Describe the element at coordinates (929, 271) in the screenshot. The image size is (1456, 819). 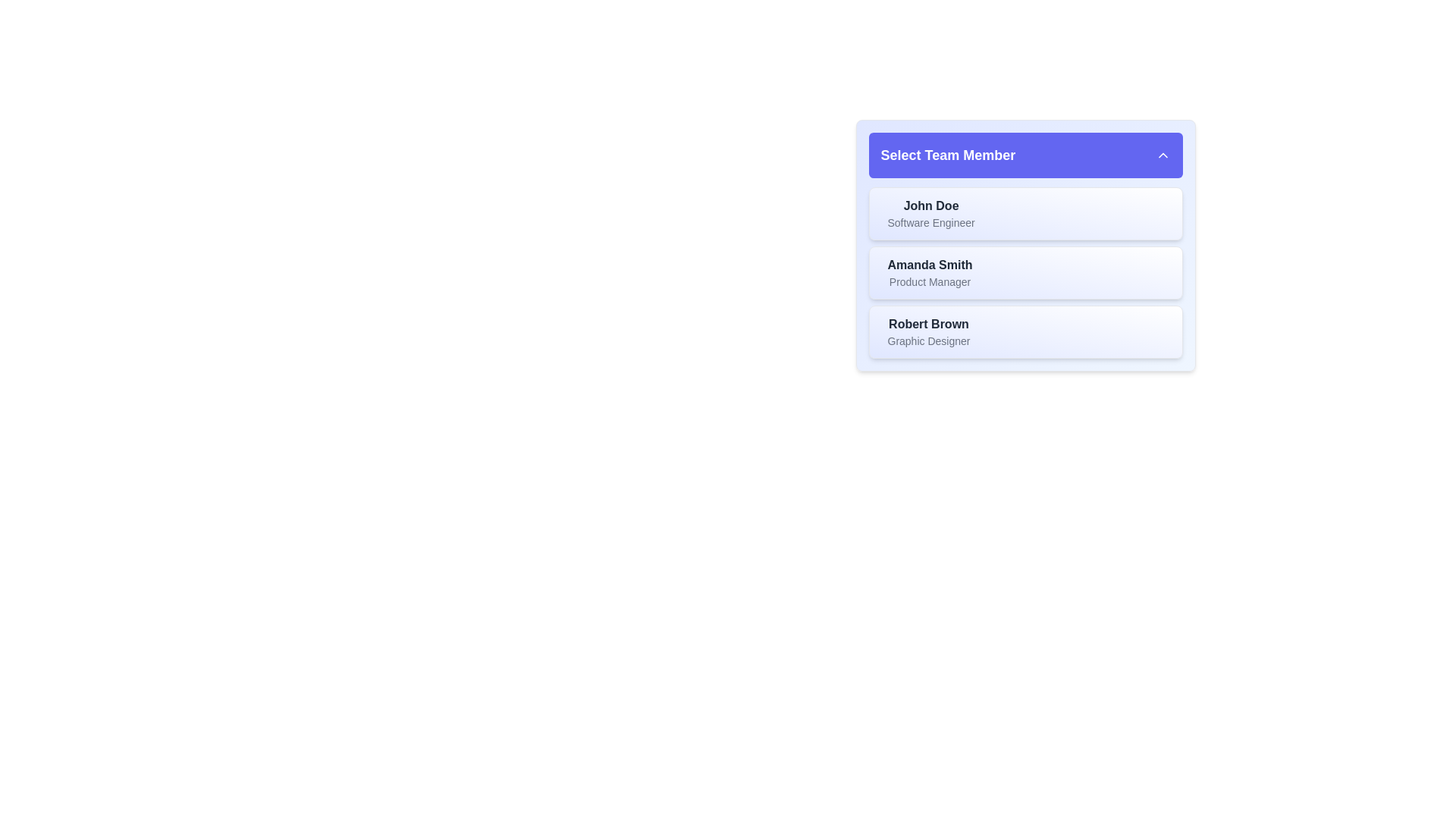
I see `the Text Display element that shows the name and role of the second team member in the list, located below 'John Doe' and above 'Robert Brown'` at that location.